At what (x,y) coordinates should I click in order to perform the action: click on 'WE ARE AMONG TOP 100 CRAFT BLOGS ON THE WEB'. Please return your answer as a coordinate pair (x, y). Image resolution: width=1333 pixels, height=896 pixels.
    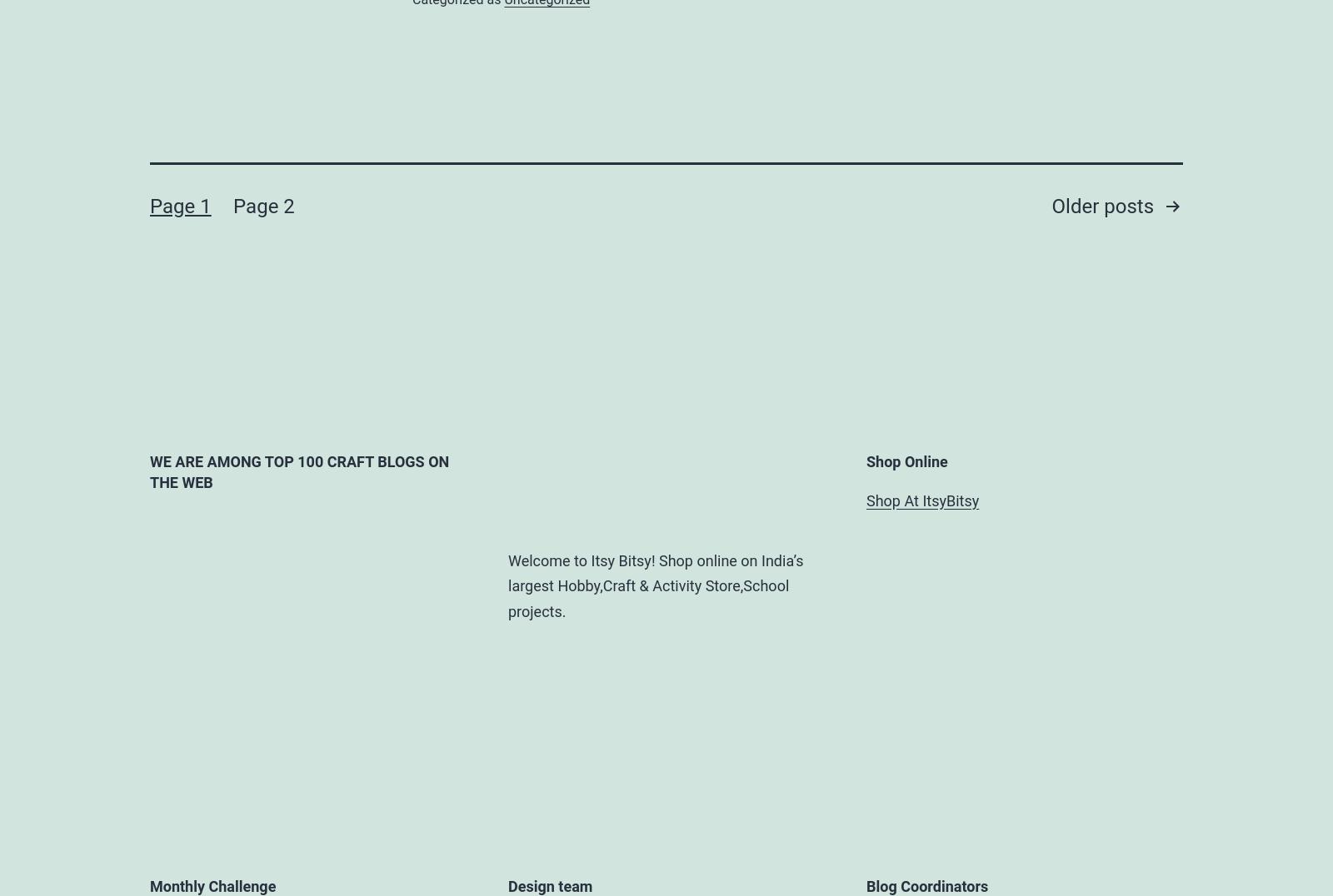
    Looking at the image, I should click on (299, 470).